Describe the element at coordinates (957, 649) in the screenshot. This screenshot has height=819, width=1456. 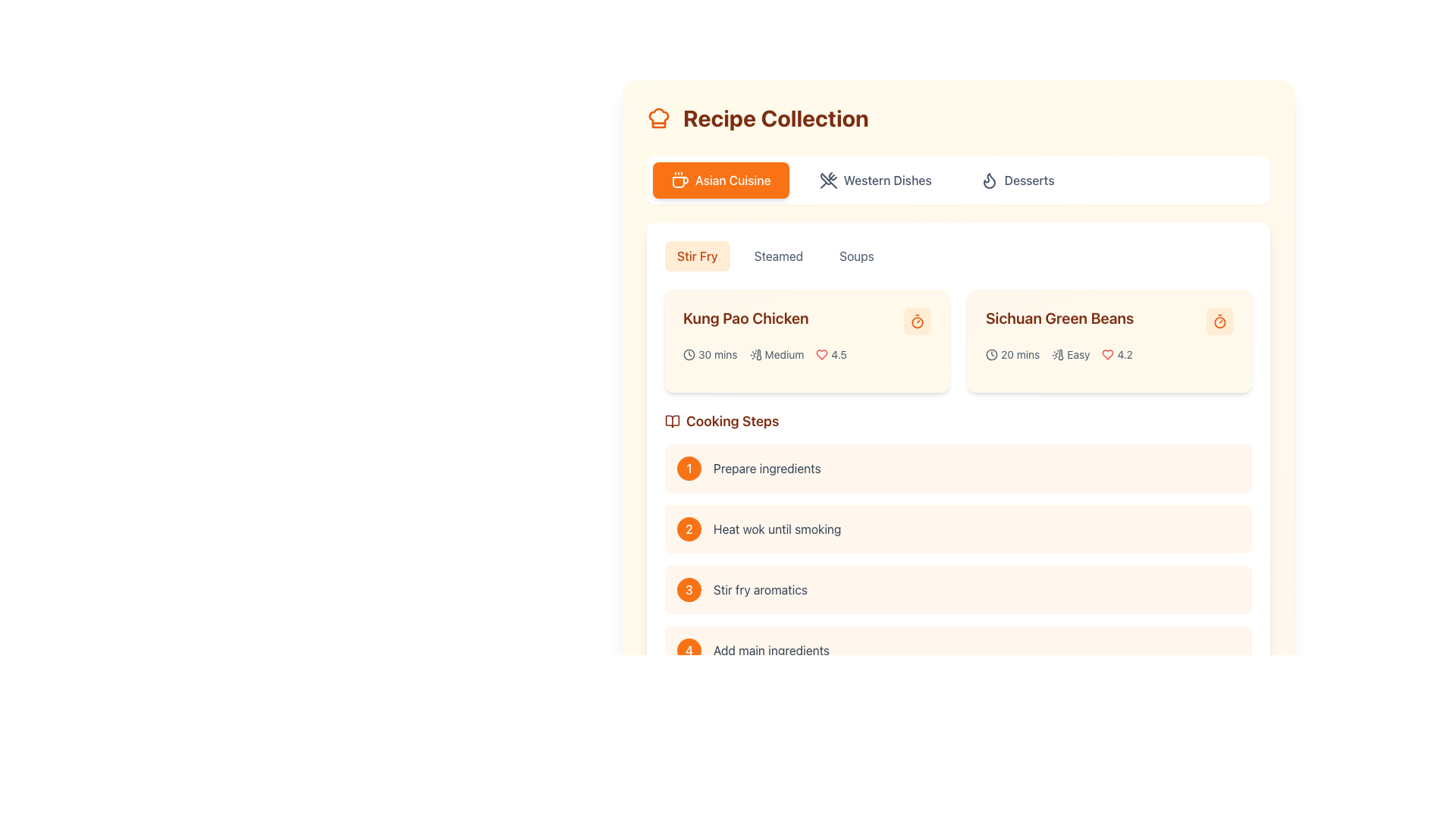
I see `the fourth step in the 'Cooking Steps' list, which is positioned below 'Stir fry aromatics' and above 'Season and serve'` at that location.